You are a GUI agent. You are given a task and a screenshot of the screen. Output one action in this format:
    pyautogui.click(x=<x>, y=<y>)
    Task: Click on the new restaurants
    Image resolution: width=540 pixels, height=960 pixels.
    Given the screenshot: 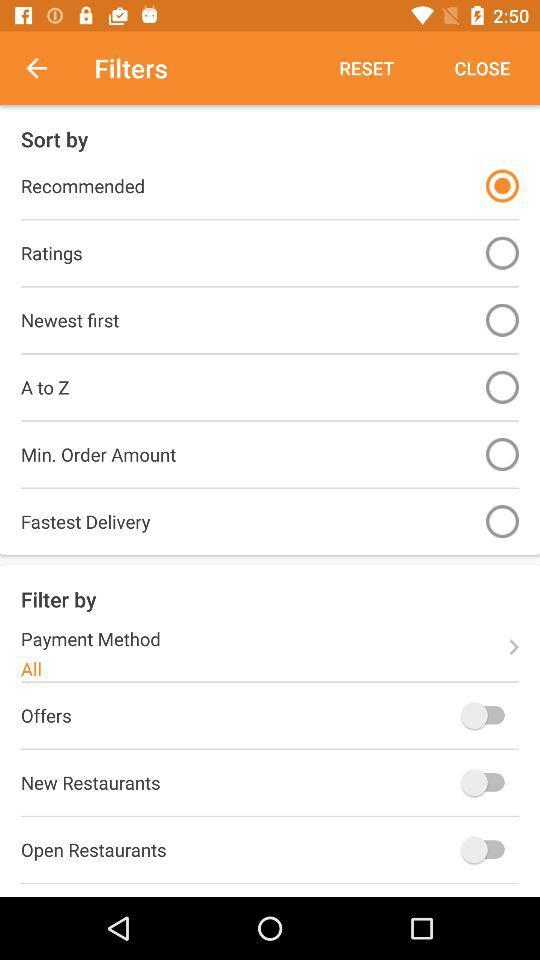 What is the action you would take?
    pyautogui.click(x=486, y=782)
    